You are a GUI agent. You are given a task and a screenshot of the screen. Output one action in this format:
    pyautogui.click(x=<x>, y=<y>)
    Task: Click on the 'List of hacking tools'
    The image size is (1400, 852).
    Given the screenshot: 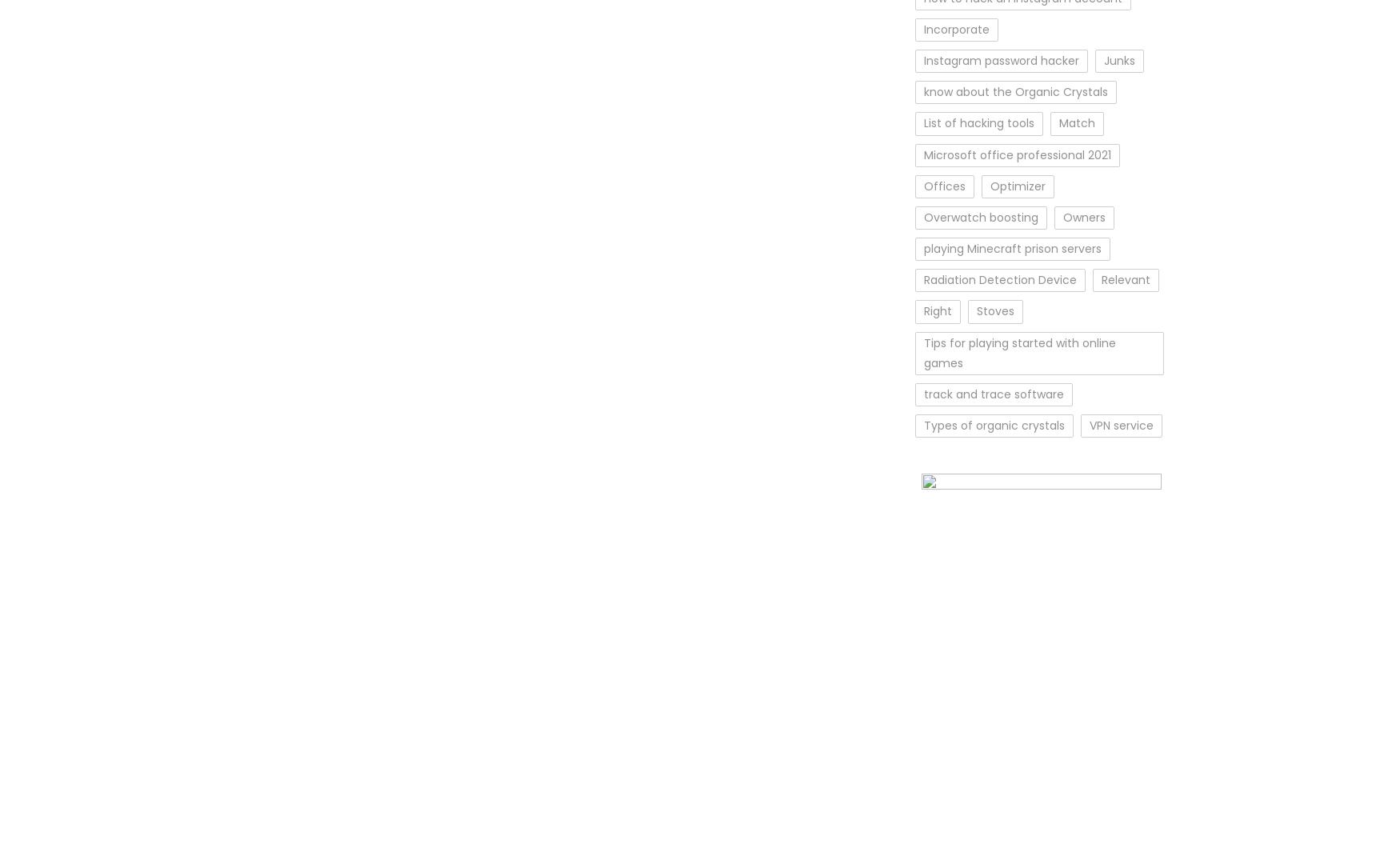 What is the action you would take?
    pyautogui.click(x=978, y=122)
    